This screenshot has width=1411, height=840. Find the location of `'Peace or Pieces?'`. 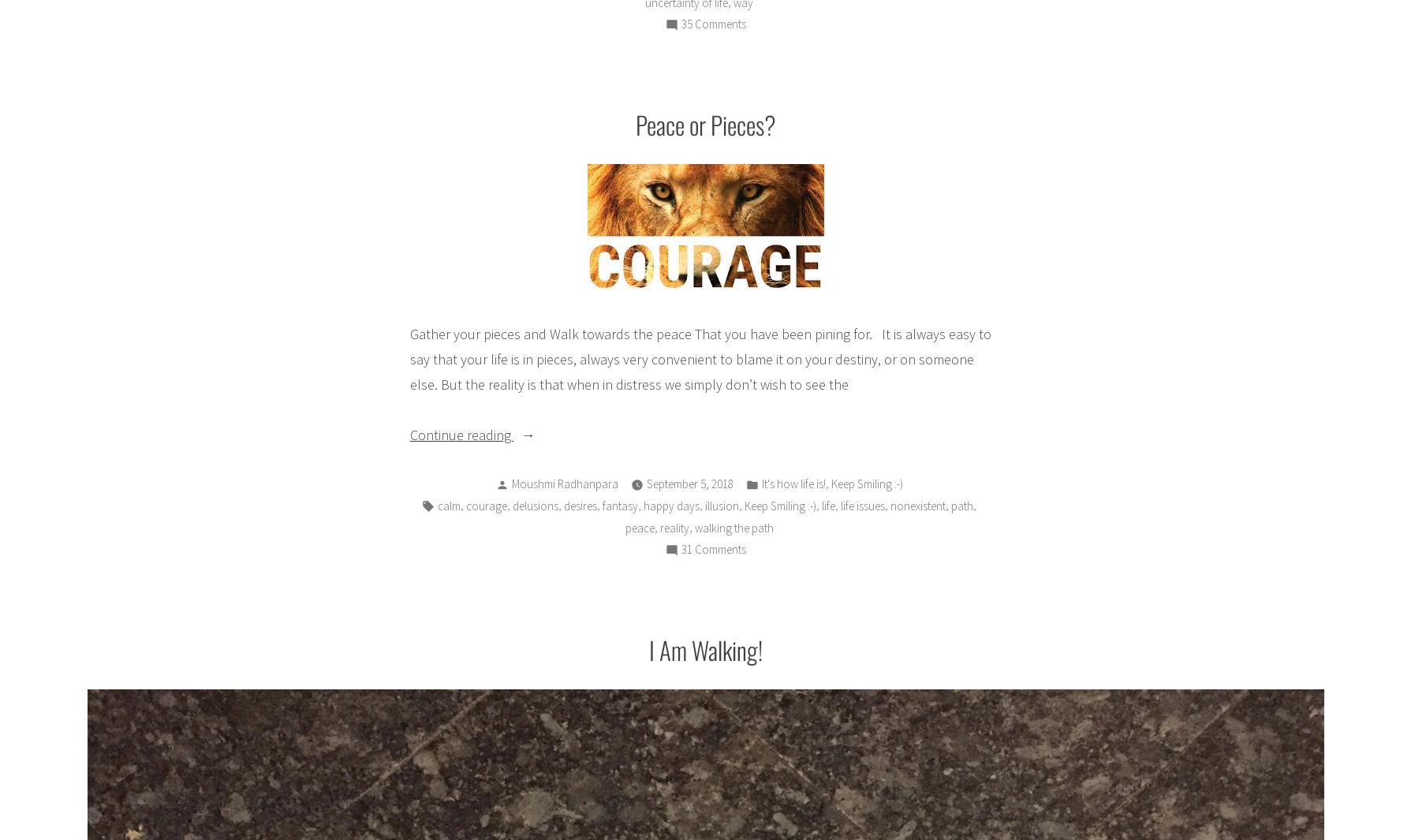

'Peace or Pieces?' is located at coordinates (704, 124).